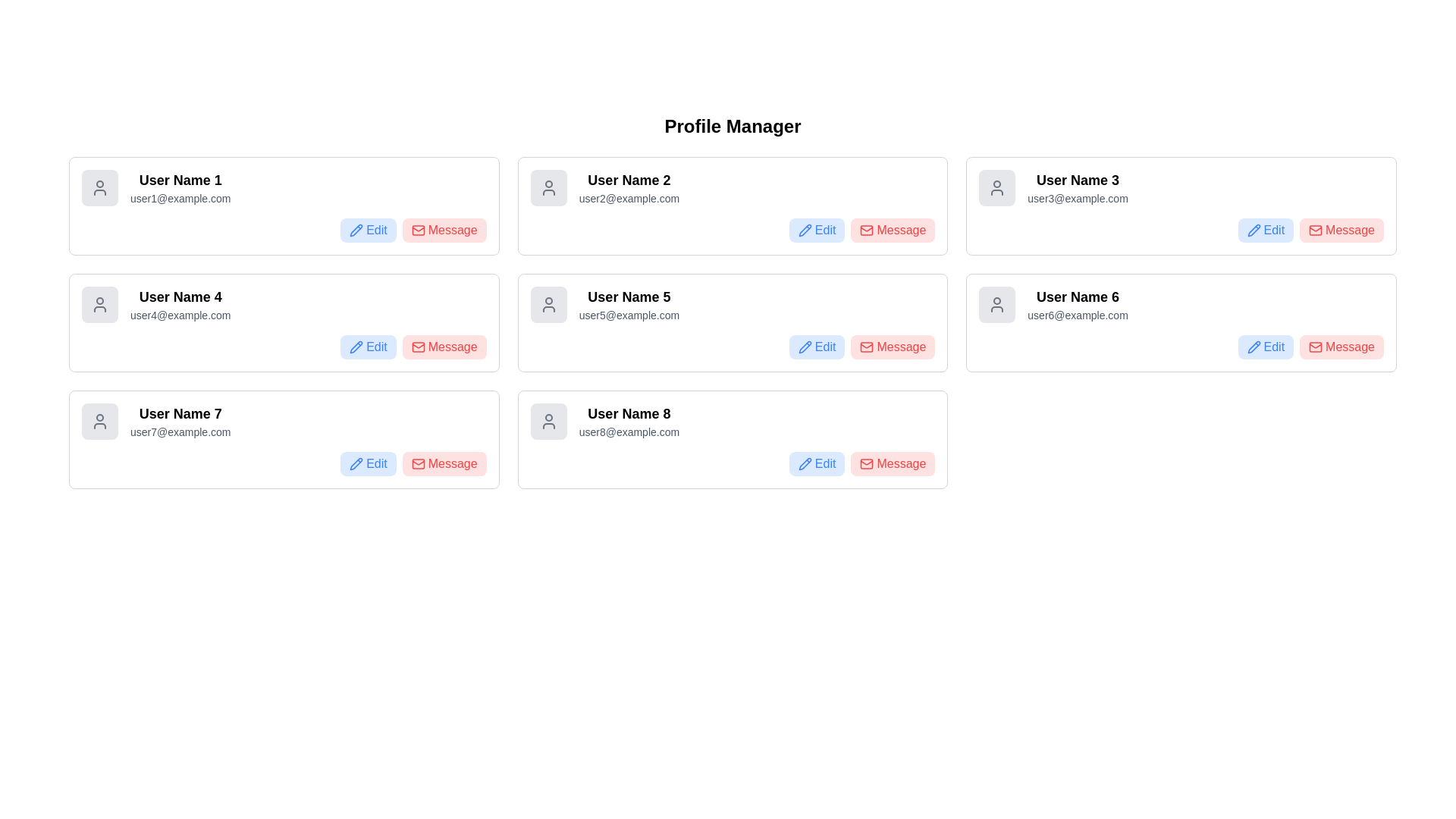  Describe the element at coordinates (1274, 231) in the screenshot. I see `text displayed in the 'Edit' label, which is styled in blue and has a rounded background, located next to a pencil icon under the 'User Name 3' card` at that location.